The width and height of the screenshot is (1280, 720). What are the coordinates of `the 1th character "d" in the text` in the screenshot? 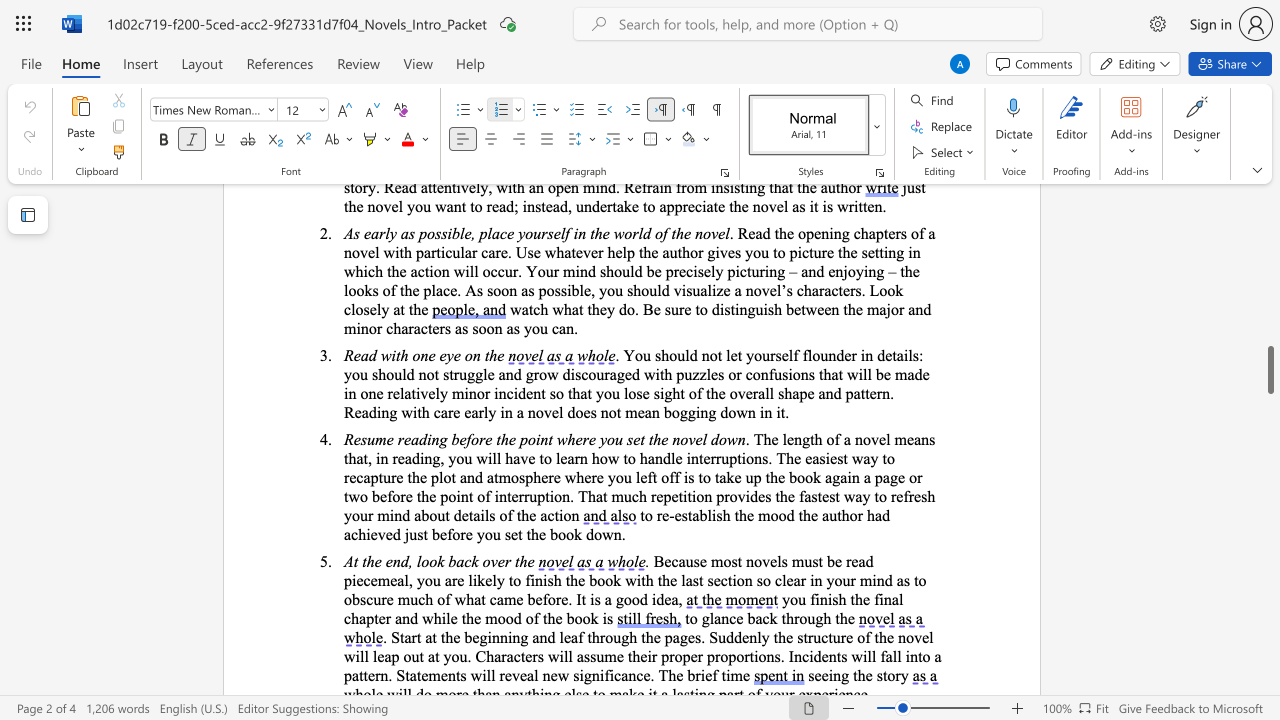 It's located at (869, 561).